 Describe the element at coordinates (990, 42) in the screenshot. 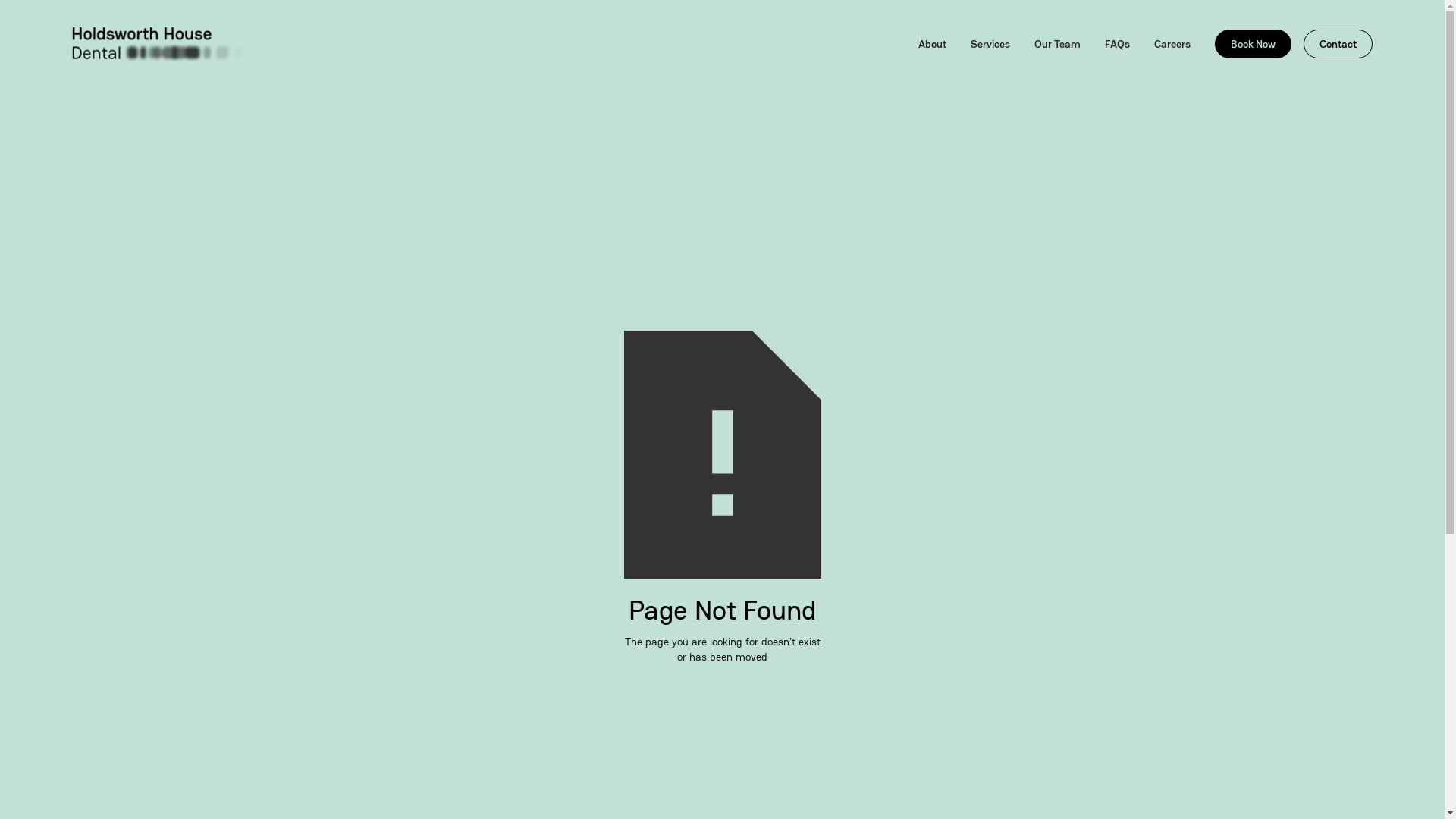

I see `'Services'` at that location.